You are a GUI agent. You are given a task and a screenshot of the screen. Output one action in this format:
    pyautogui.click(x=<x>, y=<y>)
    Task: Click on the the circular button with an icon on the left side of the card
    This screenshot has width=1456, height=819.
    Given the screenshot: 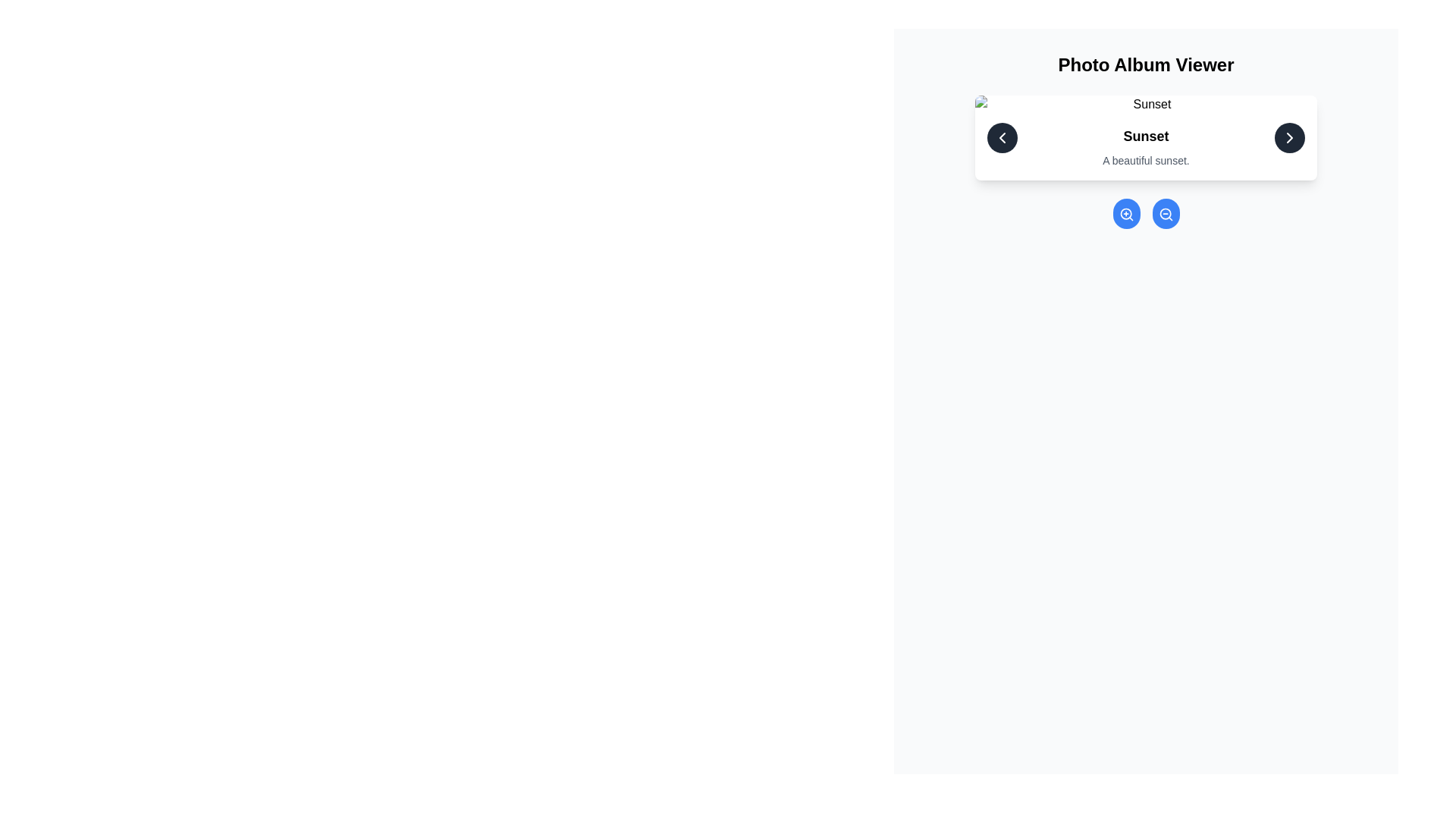 What is the action you would take?
    pyautogui.click(x=1002, y=137)
    